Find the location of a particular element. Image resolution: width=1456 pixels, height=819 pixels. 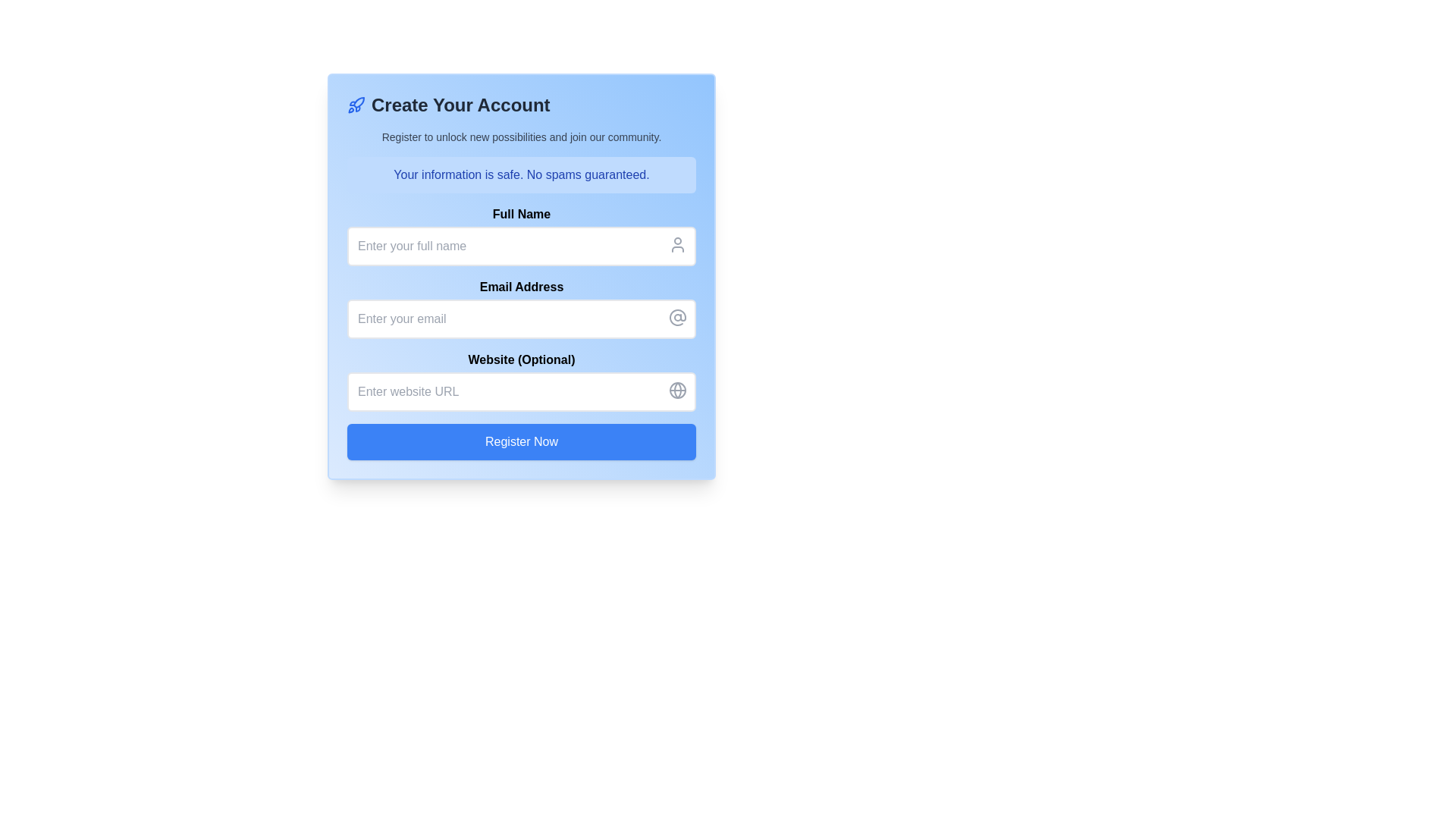

the '@' icon located within the 'Email Address' input field, which is styled with a gray color and has a circular design resembling the standard 'at-sign' is located at coordinates (676, 317).